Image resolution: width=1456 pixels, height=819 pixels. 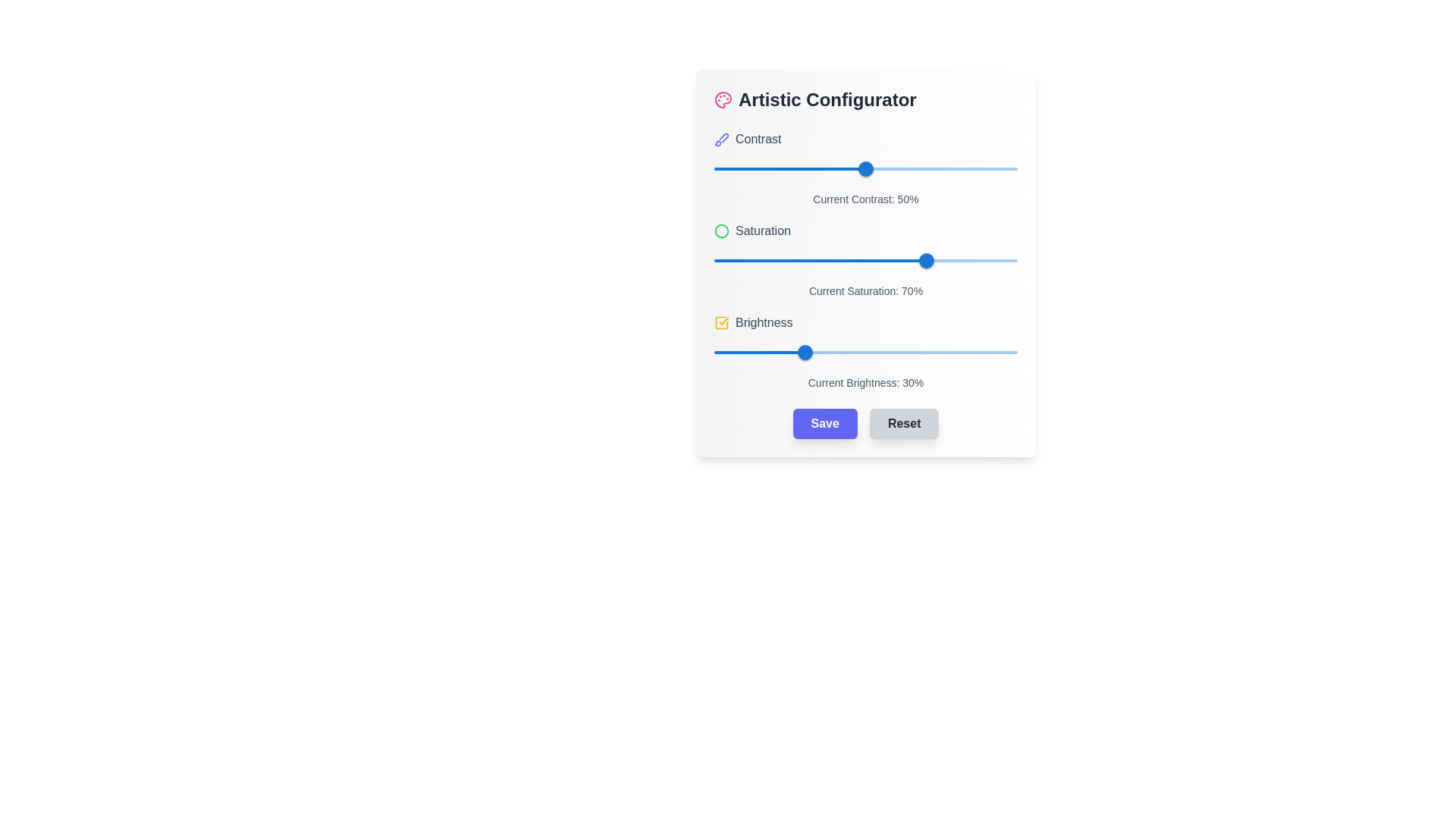 I want to click on the saturation level descriptor label, which is located immediately to the right of a green circle icon, to trigger potential tooltips, so click(x=763, y=231).